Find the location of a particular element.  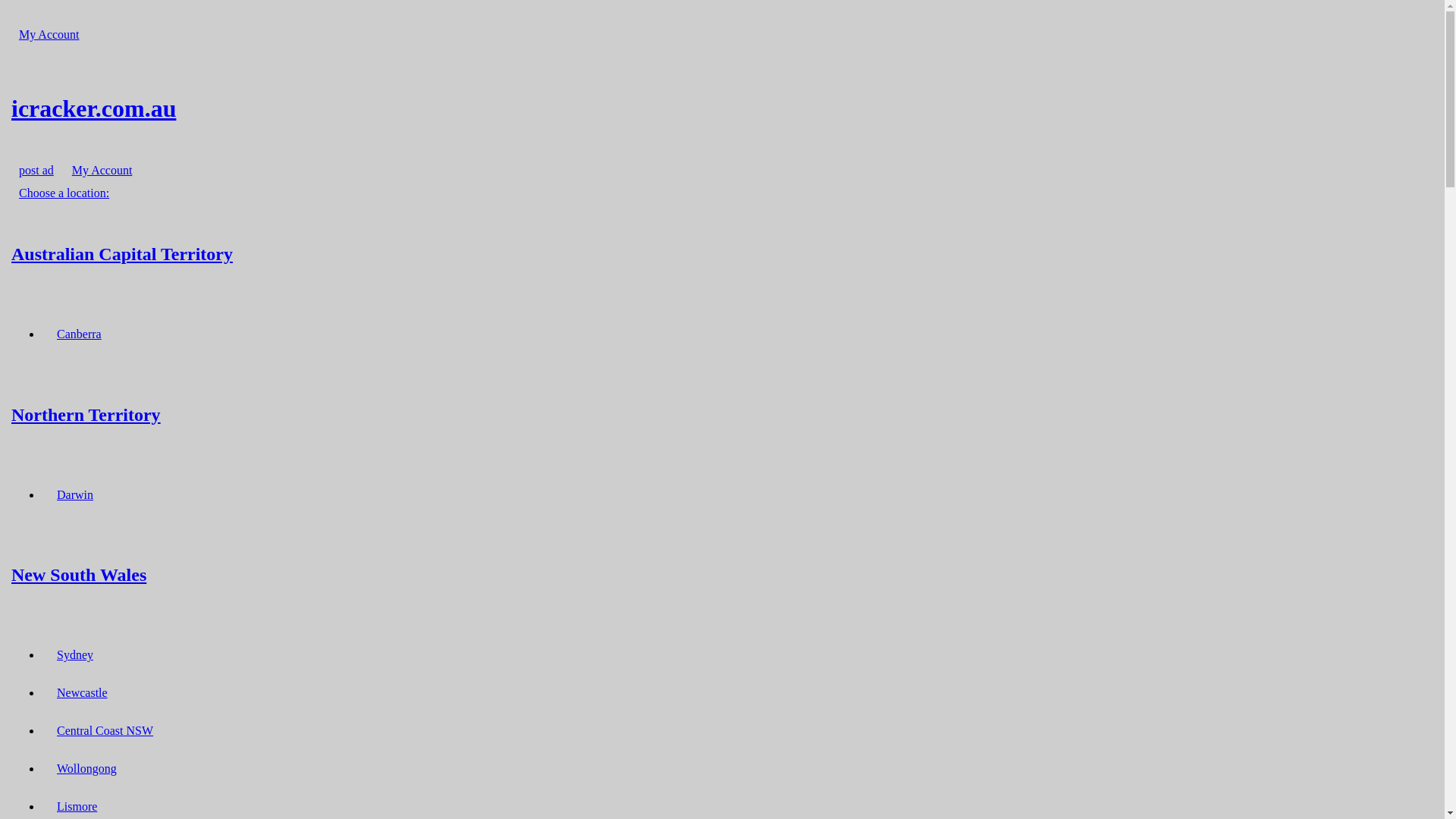

'Sydney' is located at coordinates (49, 654).